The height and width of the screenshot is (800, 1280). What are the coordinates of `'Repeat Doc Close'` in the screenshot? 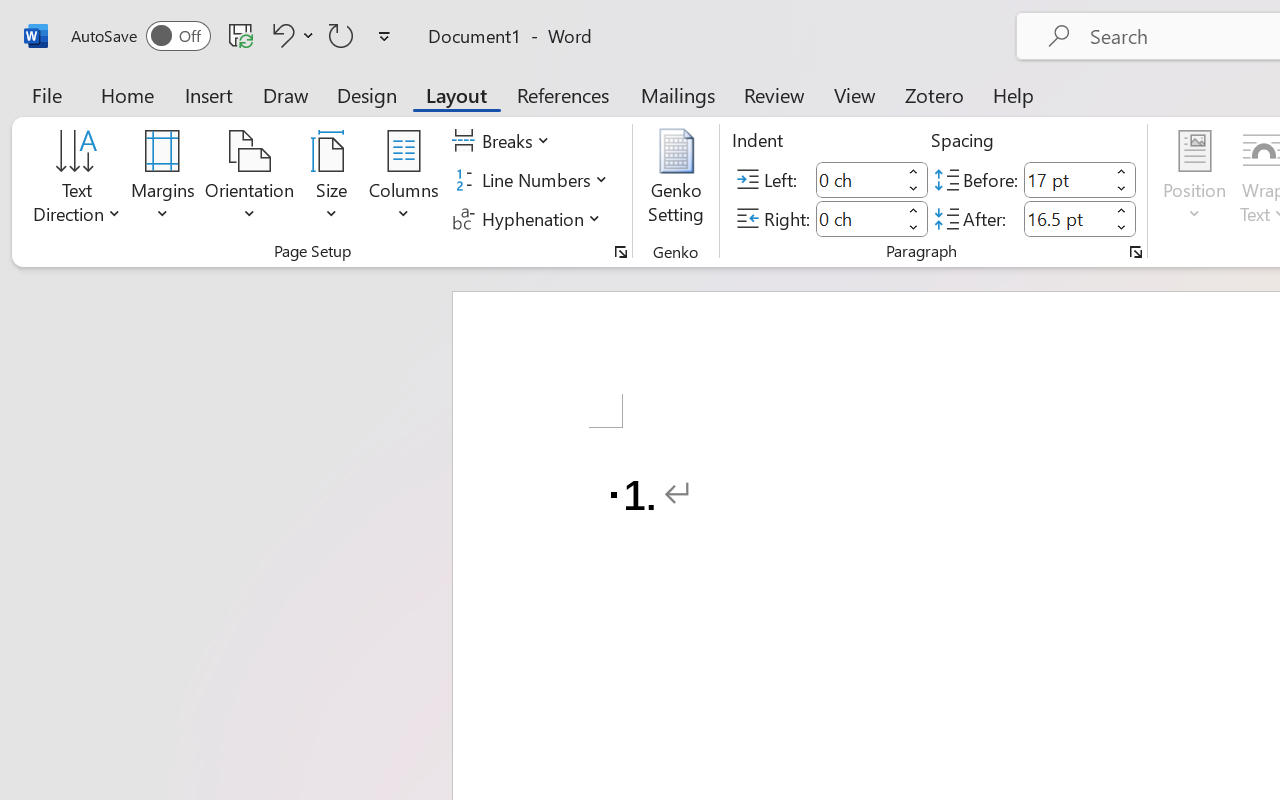 It's located at (341, 34).